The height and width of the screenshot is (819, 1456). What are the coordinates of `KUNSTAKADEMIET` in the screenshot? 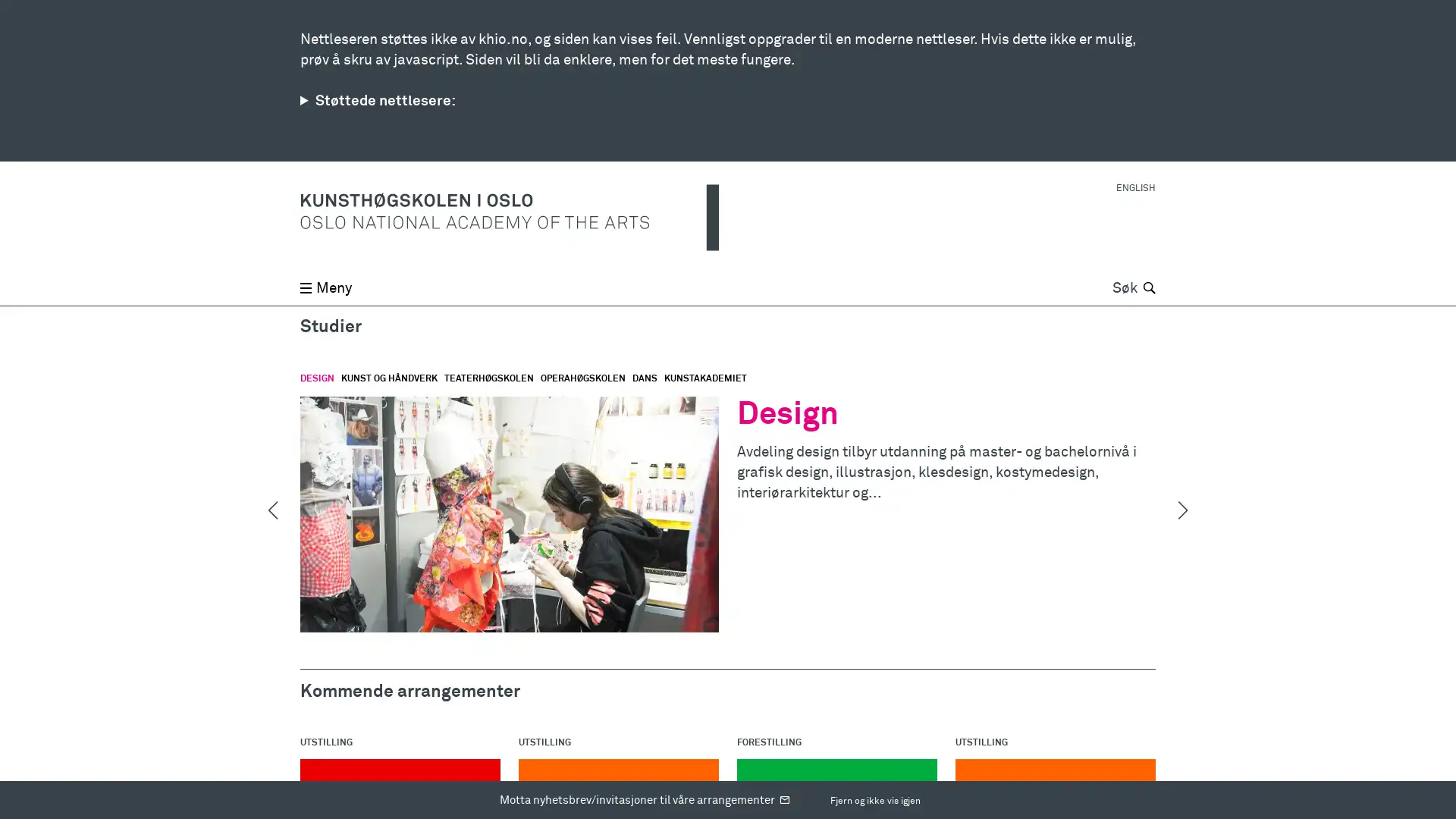 It's located at (704, 379).